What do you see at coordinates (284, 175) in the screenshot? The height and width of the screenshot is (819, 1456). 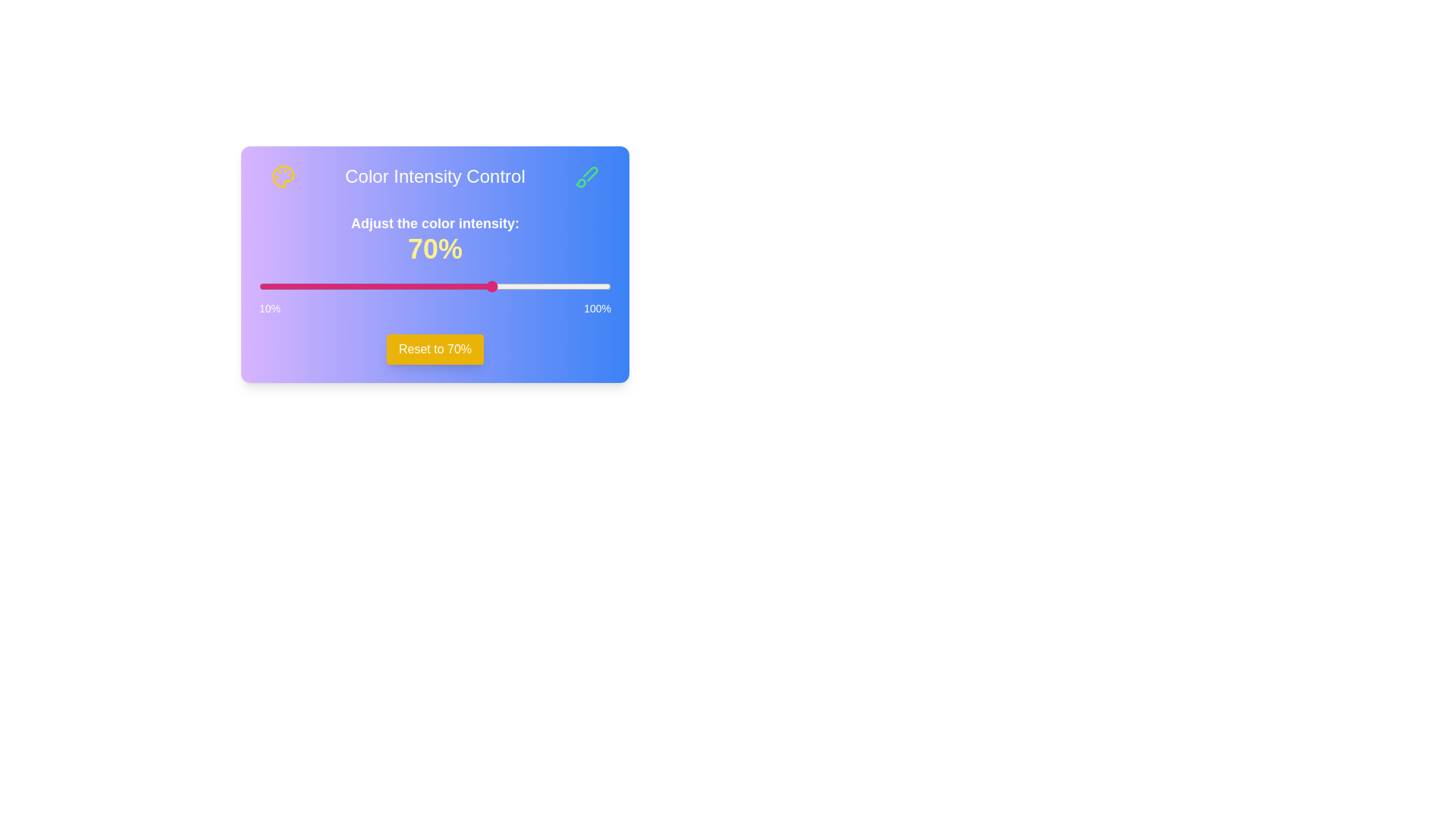 I see `the palette icon to interact with it` at bounding box center [284, 175].